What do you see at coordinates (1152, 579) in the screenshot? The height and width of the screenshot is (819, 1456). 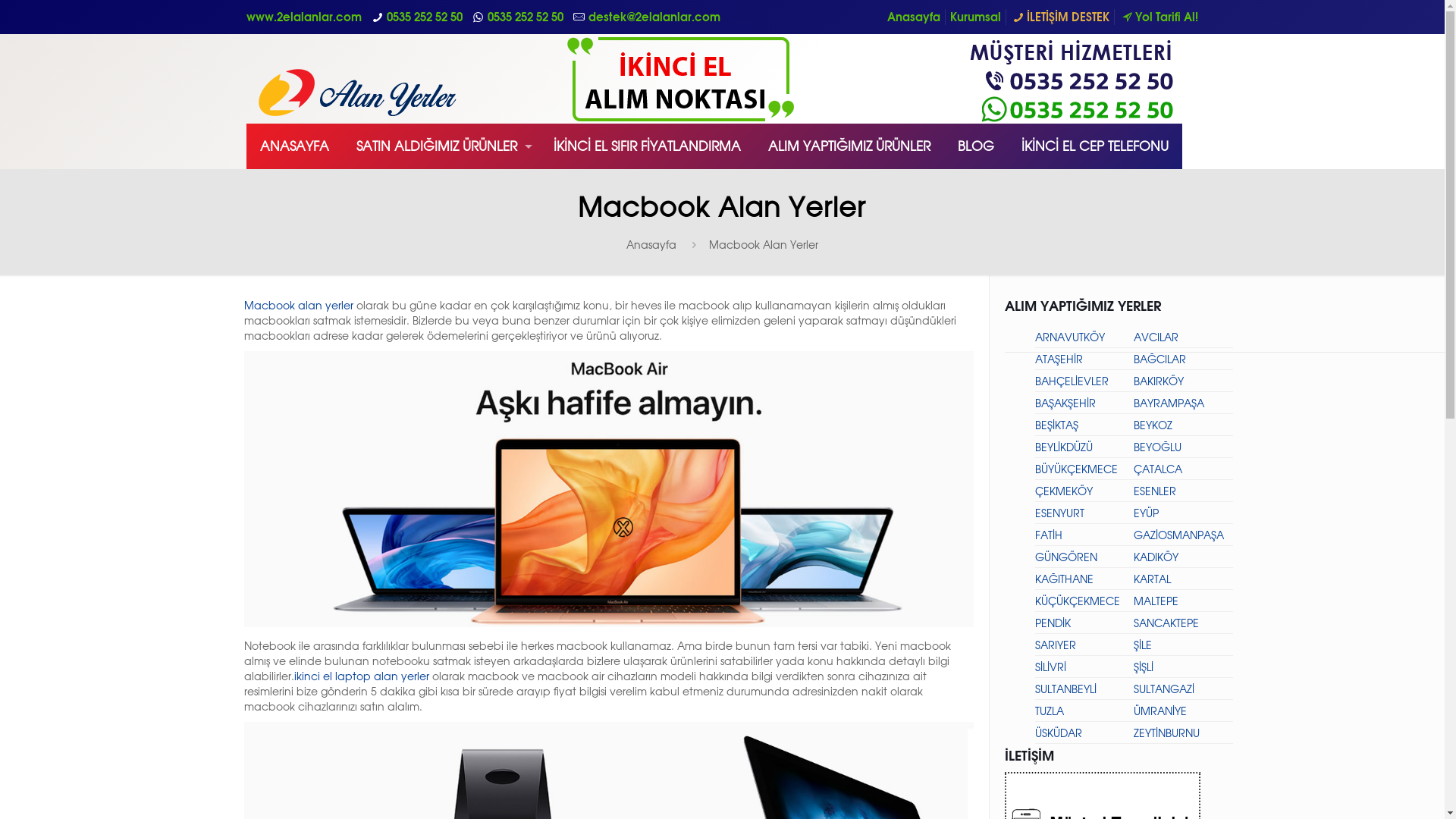 I see `'KARTAL'` at bounding box center [1152, 579].